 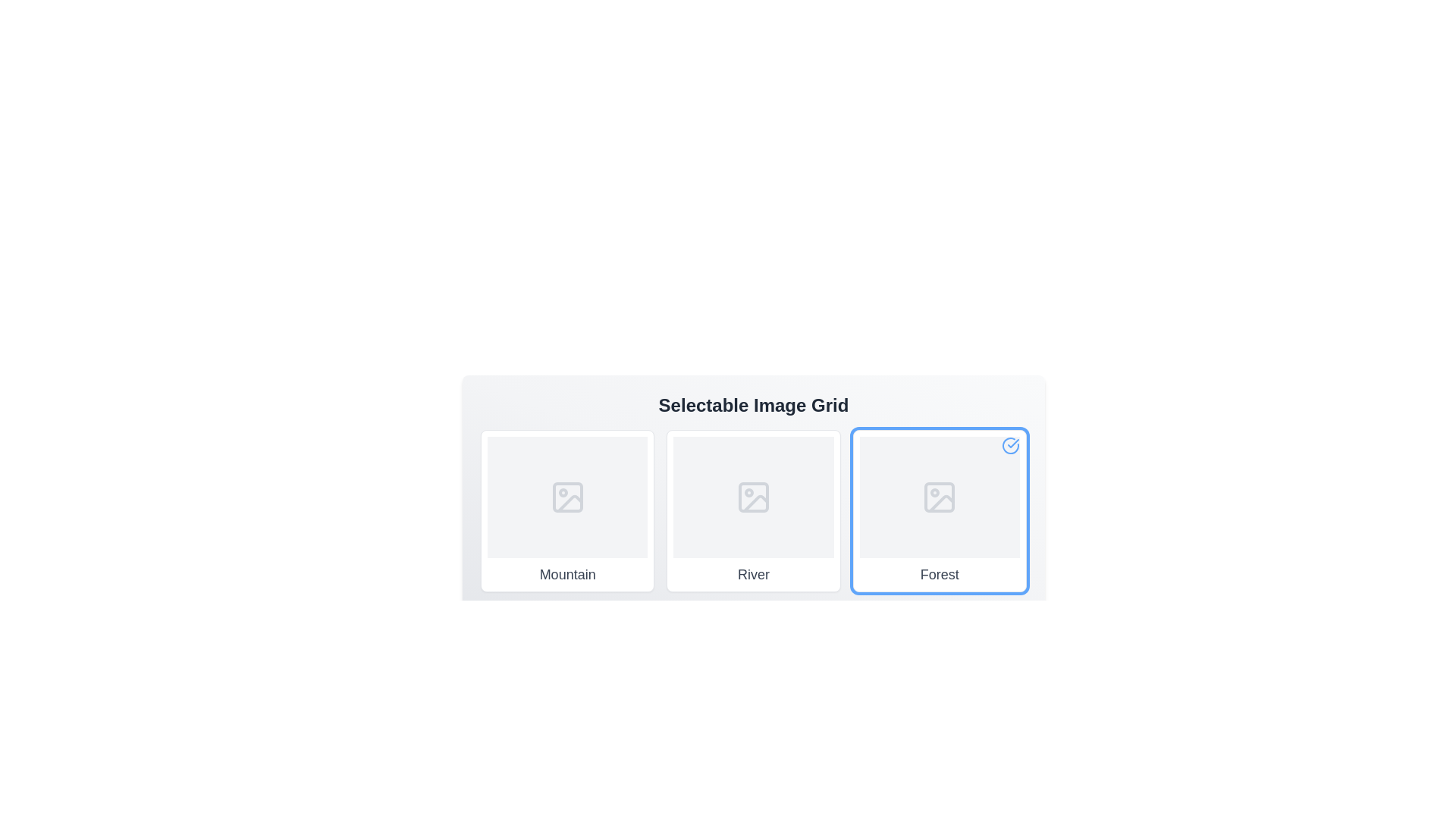 What do you see at coordinates (566, 511) in the screenshot?
I see `the selectable image grid item labeled Mountain to observe hover effects` at bounding box center [566, 511].